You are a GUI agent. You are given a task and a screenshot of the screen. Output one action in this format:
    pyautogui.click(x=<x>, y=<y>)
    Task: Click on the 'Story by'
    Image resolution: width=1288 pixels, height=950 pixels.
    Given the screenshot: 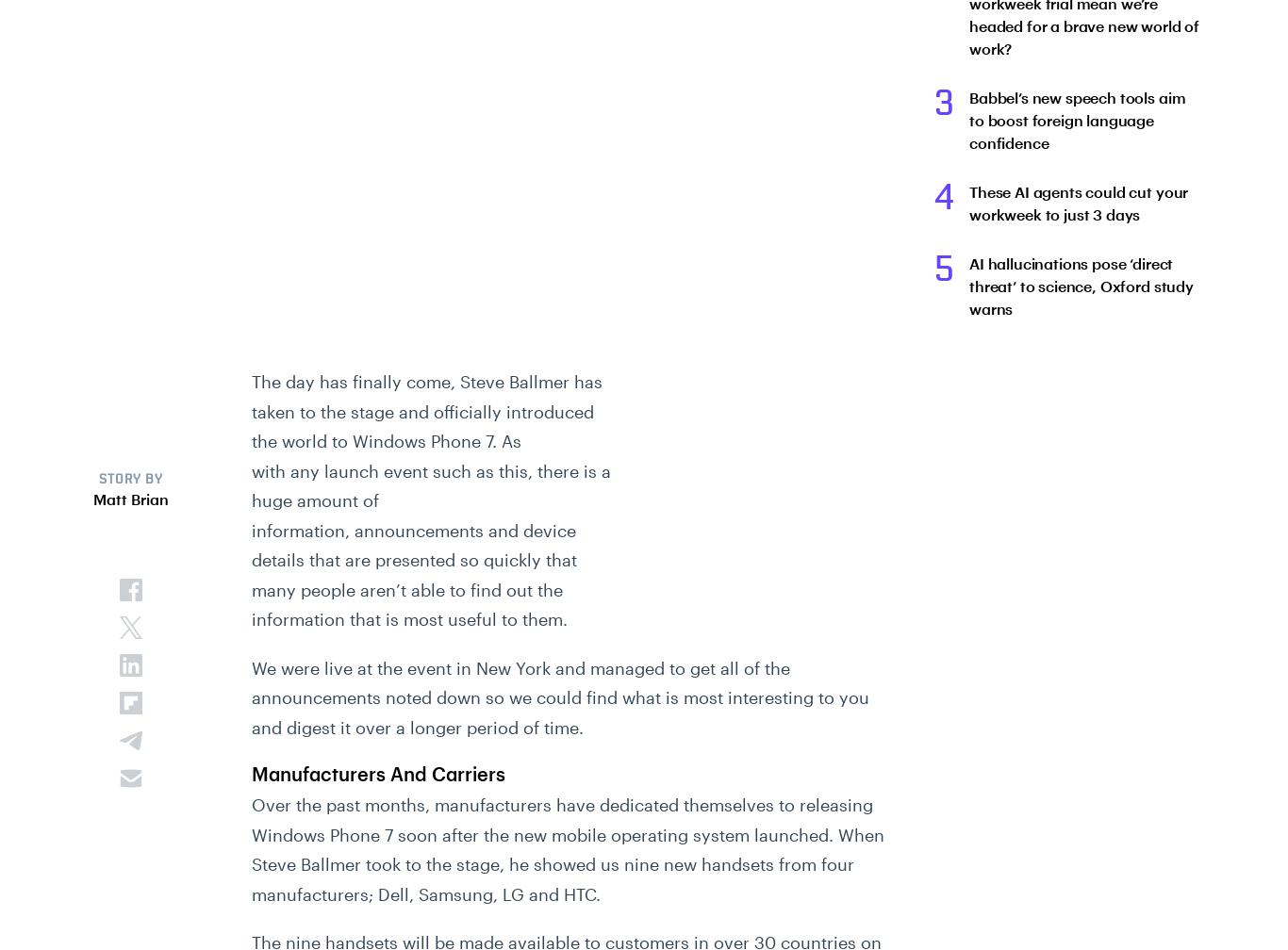 What is the action you would take?
    pyautogui.click(x=129, y=480)
    